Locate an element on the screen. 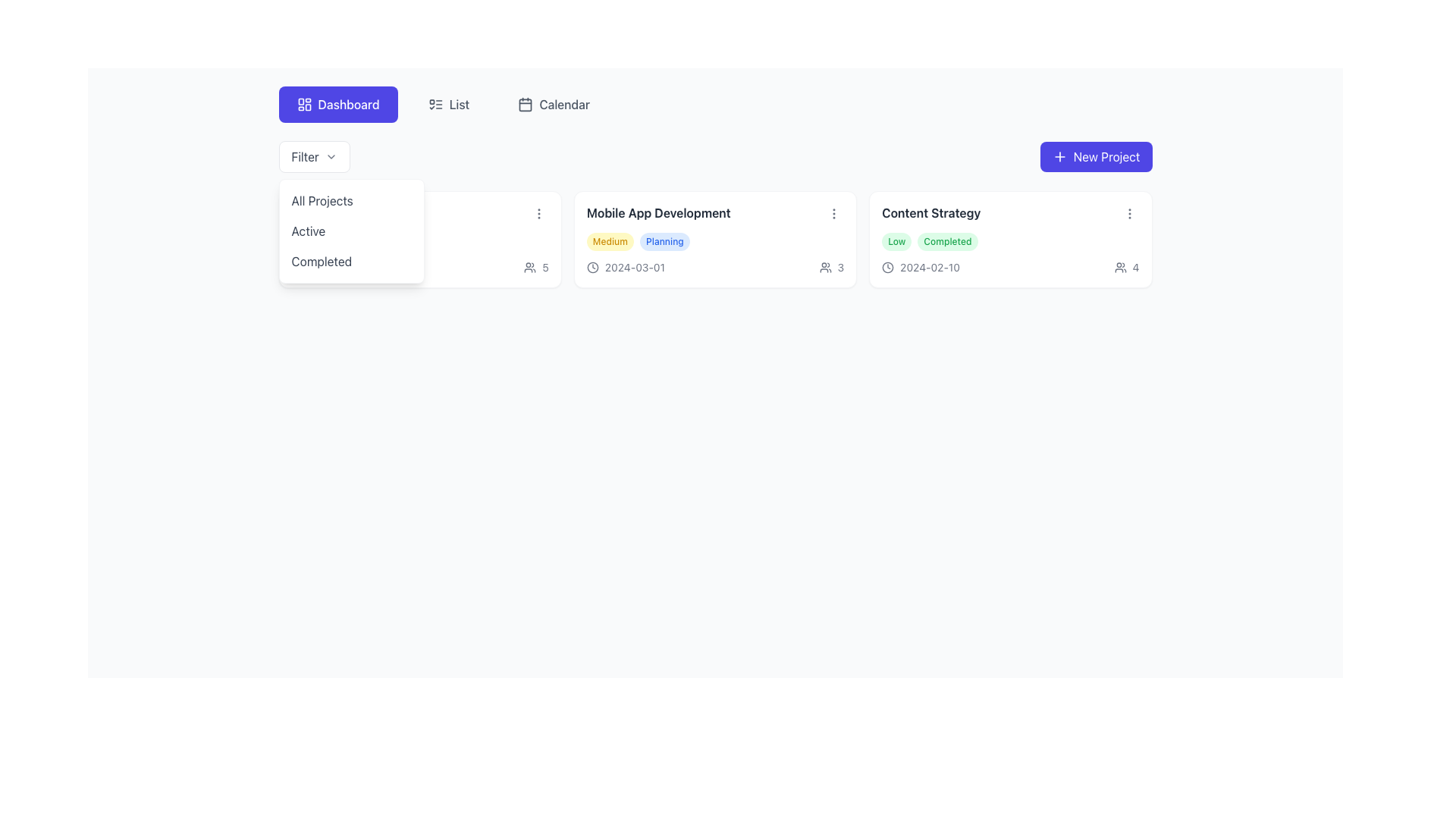 This screenshot has width=1456, height=819. the date/time Icon located to the left of the text '2024-03-01' is located at coordinates (591, 267).